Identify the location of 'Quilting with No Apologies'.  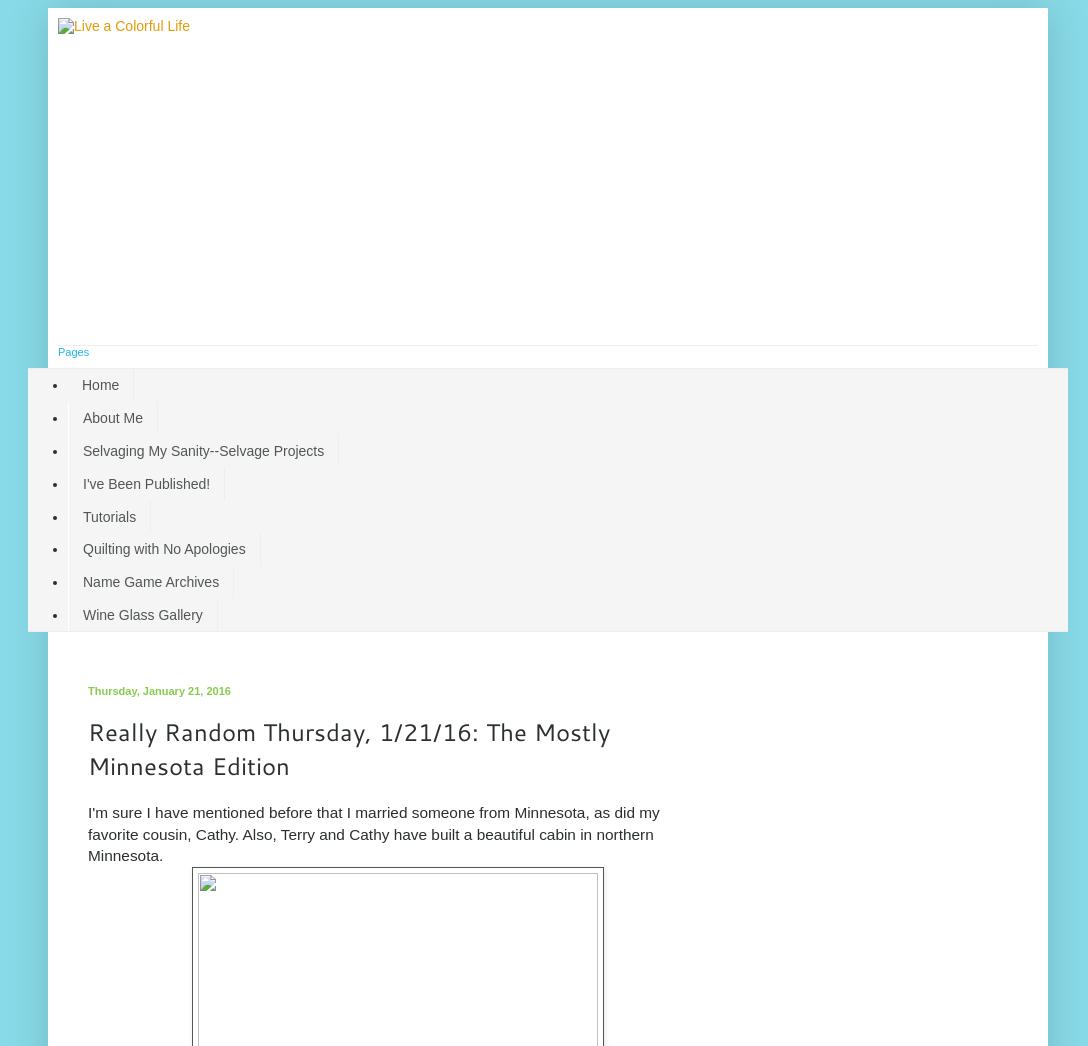
(162, 548).